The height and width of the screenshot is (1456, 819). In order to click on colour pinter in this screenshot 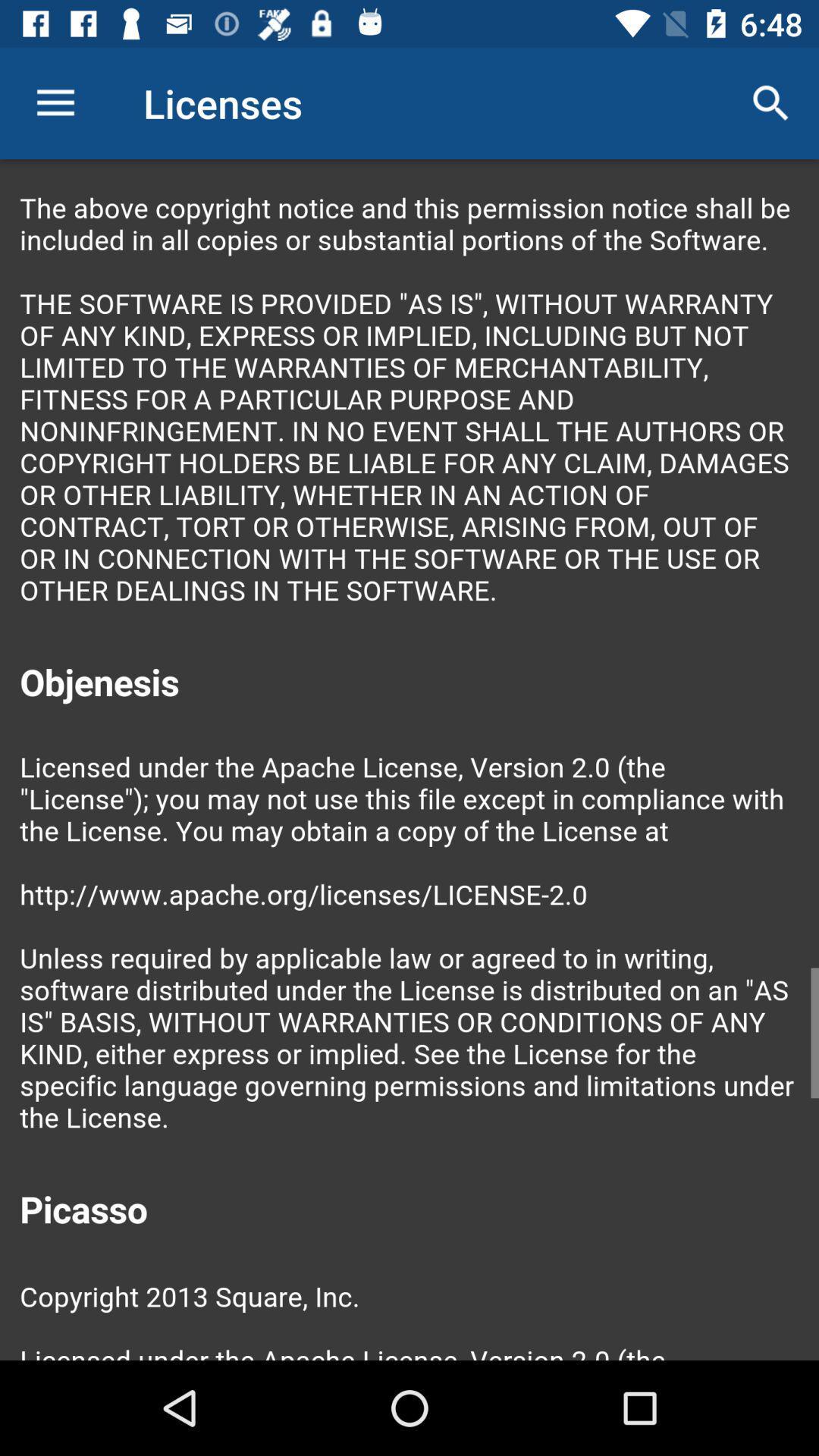, I will do `click(409, 760)`.